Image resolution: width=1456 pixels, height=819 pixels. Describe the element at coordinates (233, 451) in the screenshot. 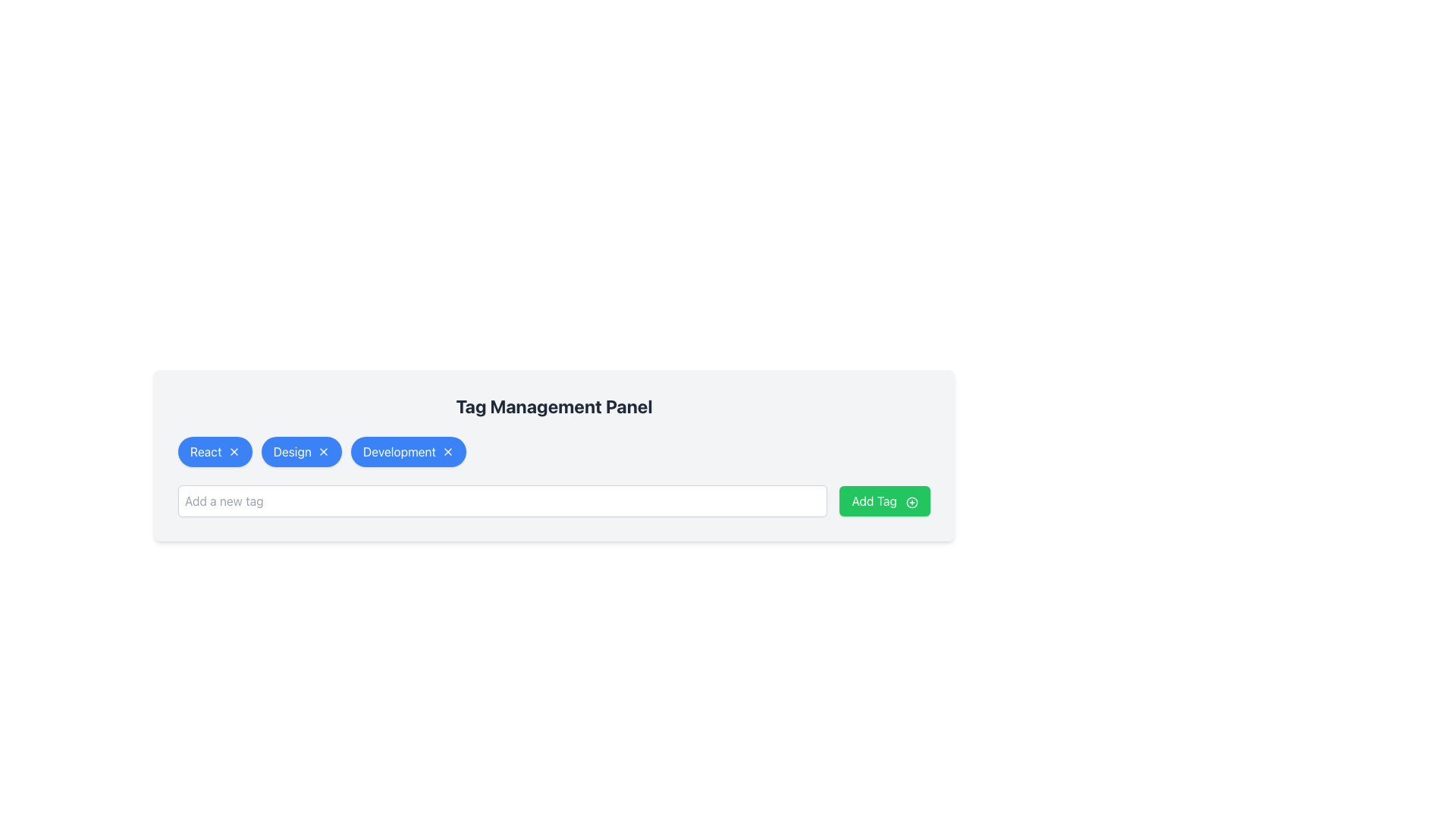

I see `the delete button associated with the 'React' tag` at that location.